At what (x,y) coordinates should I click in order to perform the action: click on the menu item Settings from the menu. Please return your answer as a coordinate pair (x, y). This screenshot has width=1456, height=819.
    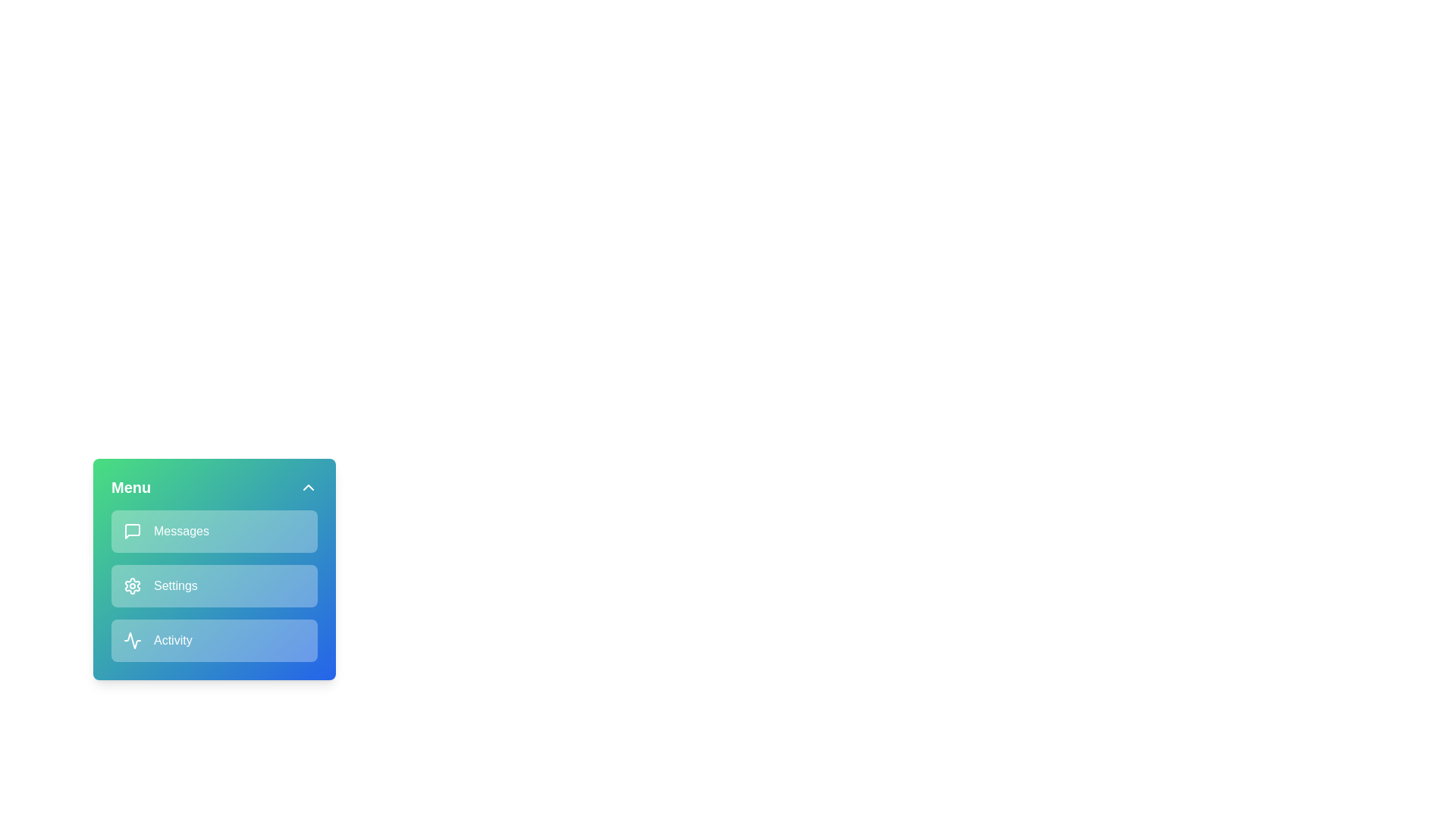
    Looking at the image, I should click on (214, 585).